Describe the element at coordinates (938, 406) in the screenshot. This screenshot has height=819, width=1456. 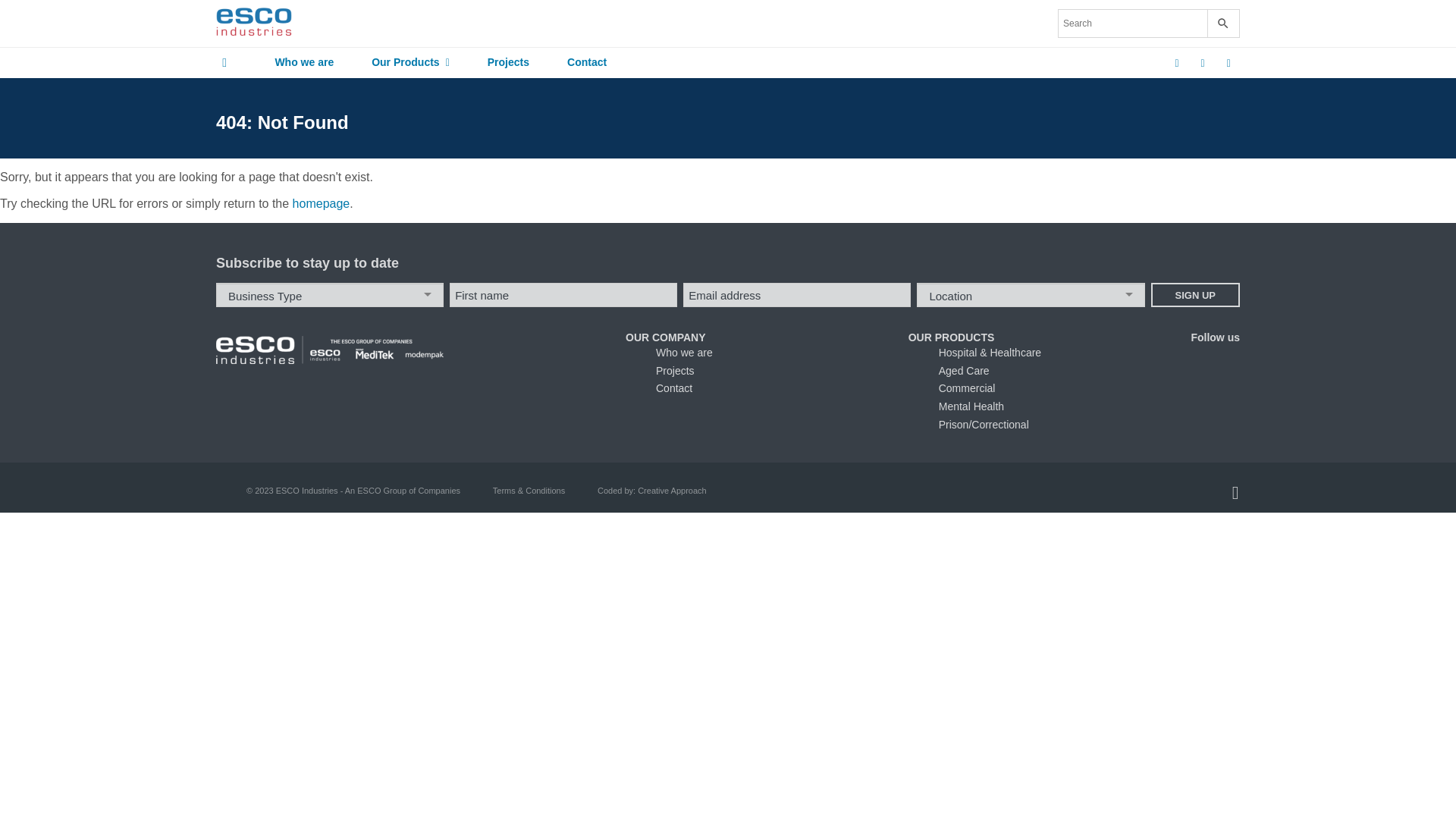
I see `'Mental Health'` at that location.